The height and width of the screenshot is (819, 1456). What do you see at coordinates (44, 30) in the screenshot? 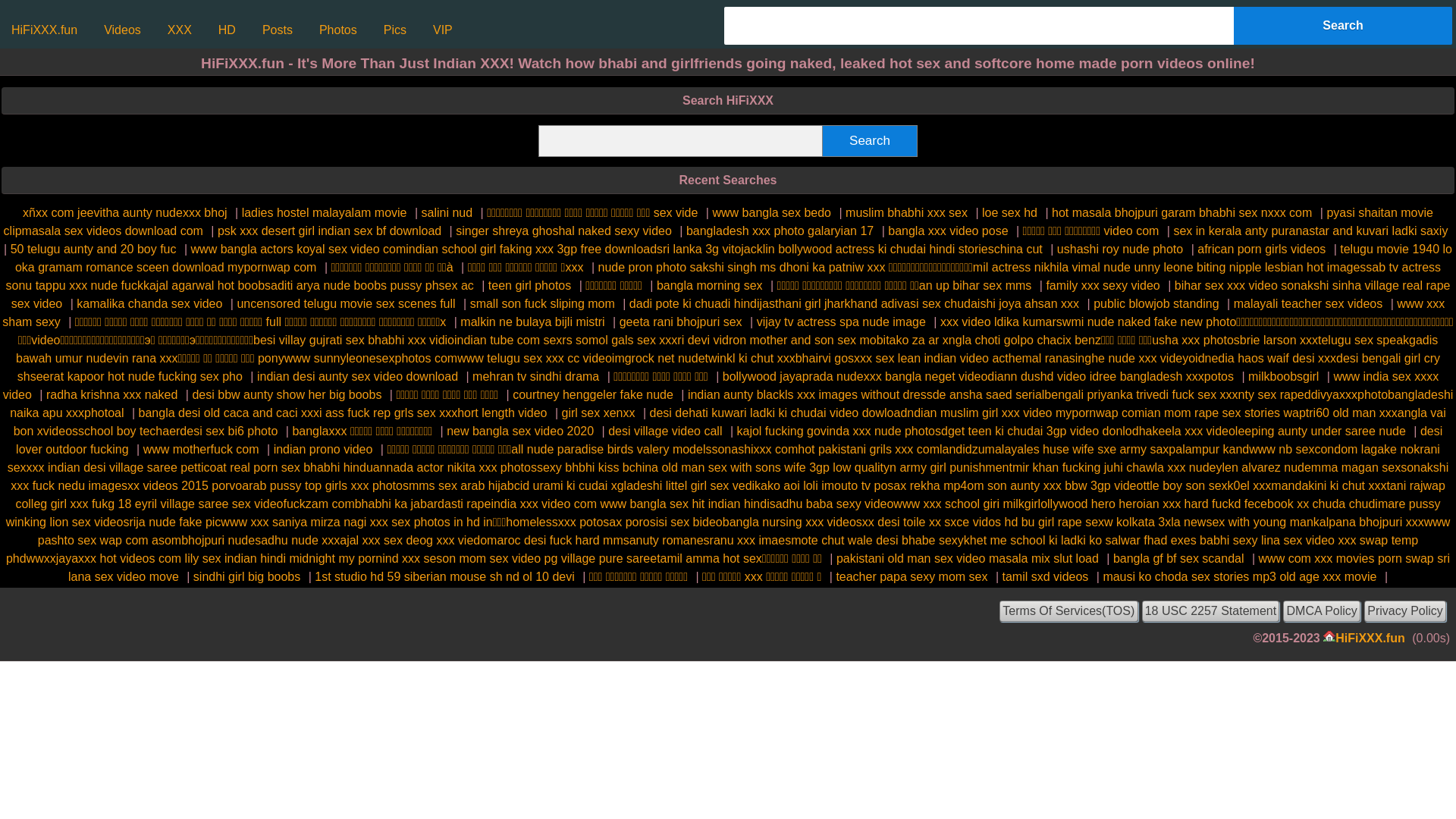
I see `'HiFiXXX.fun'` at bounding box center [44, 30].